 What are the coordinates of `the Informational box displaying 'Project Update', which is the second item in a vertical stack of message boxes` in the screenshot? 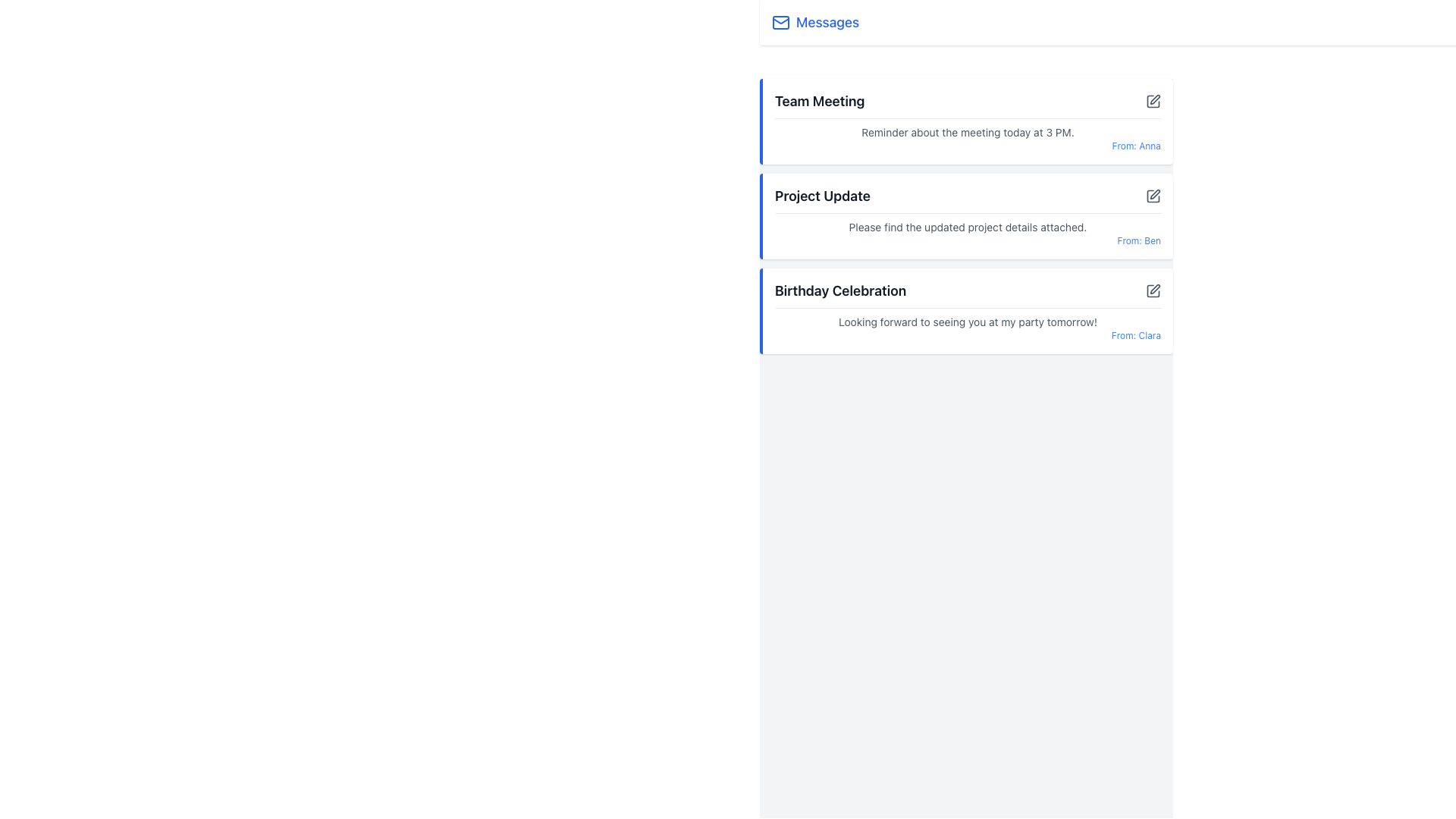 It's located at (965, 216).